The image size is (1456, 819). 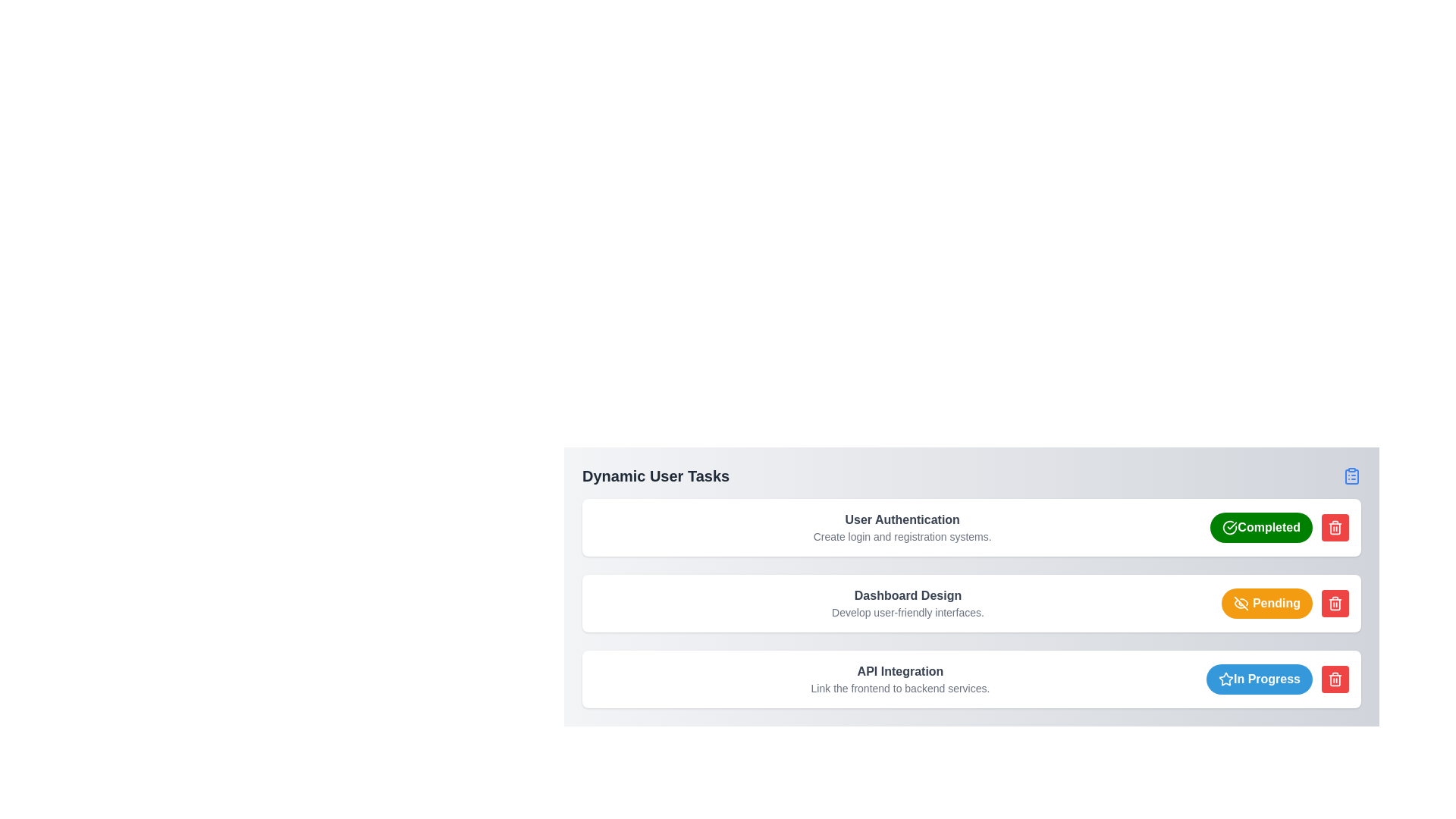 What do you see at coordinates (1335, 526) in the screenshot?
I see `the delete icon button located adjacent to the green 'Completed' status label on the topmost task in the vertical list` at bounding box center [1335, 526].